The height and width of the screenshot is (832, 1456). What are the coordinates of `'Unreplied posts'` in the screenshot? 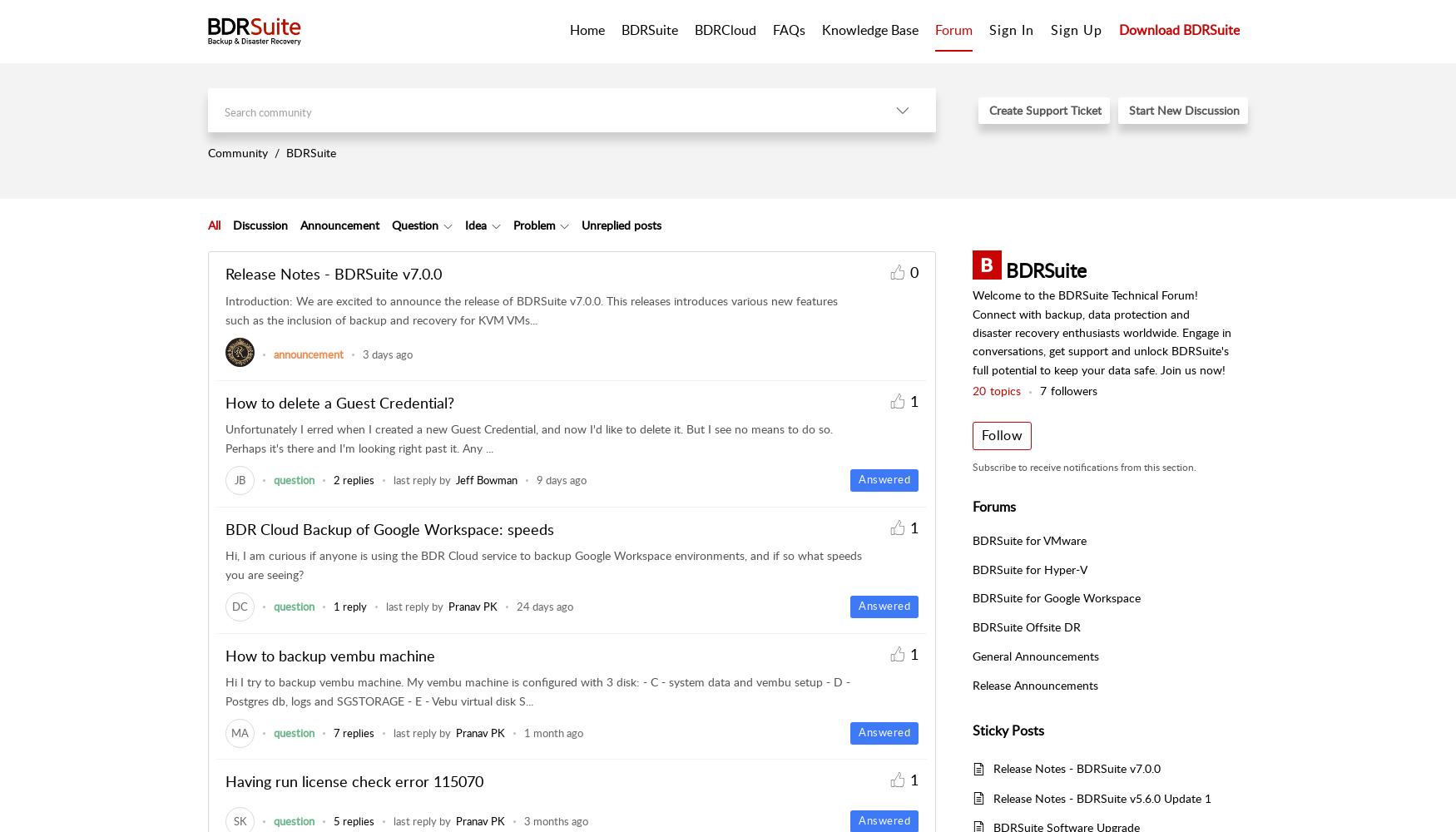 It's located at (622, 225).